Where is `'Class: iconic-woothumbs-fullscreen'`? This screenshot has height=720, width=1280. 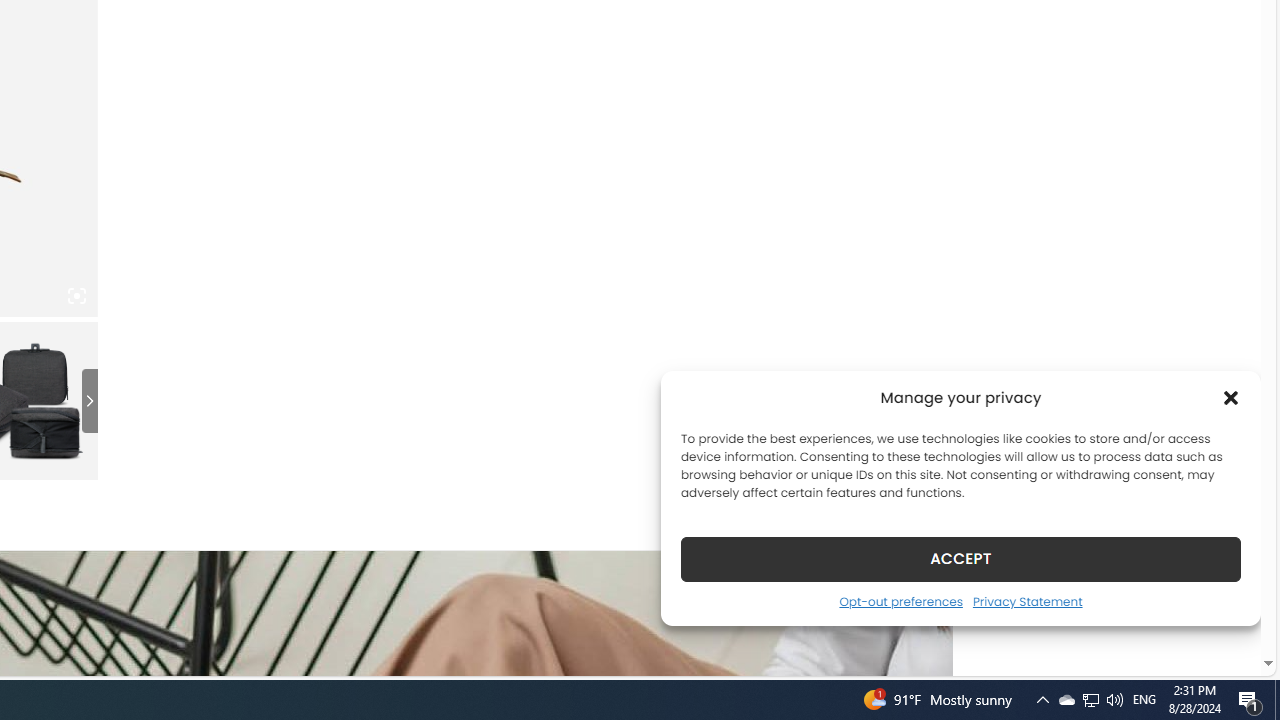
'Class: iconic-woothumbs-fullscreen' is located at coordinates (76, 296).